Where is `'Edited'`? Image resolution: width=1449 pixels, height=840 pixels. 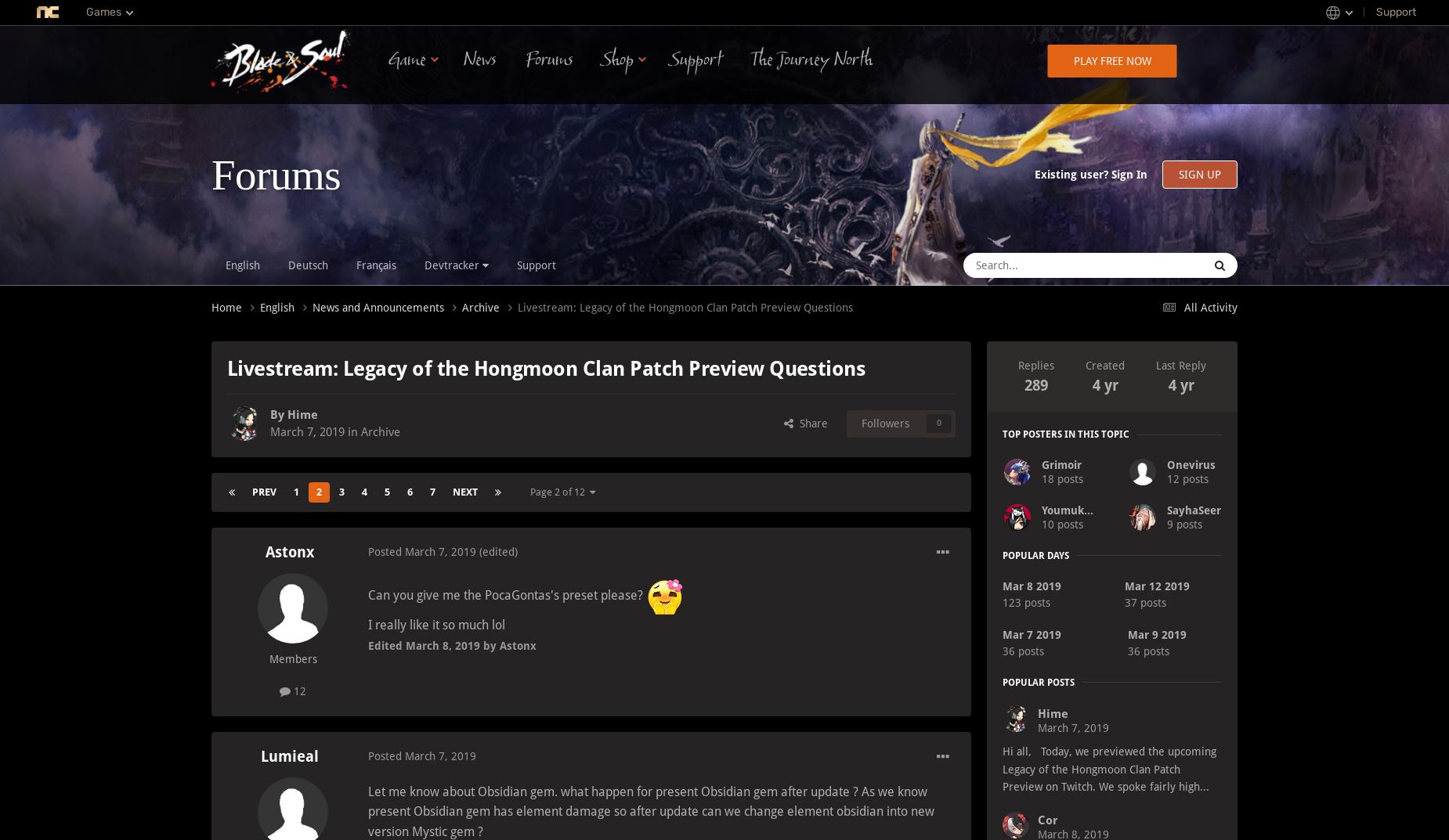 'Edited' is located at coordinates (386, 644).